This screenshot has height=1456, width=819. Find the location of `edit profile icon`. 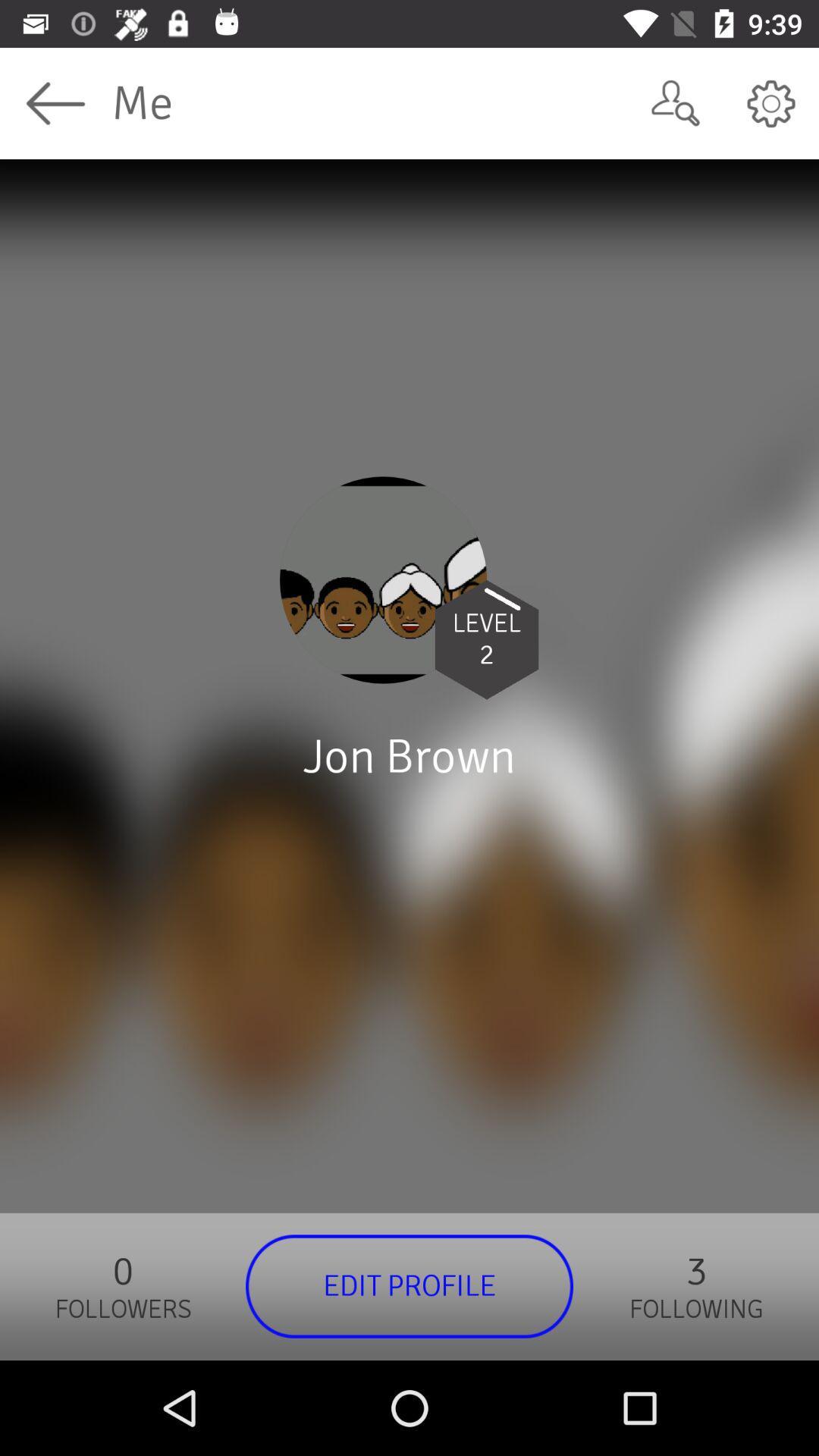

edit profile icon is located at coordinates (409, 1285).